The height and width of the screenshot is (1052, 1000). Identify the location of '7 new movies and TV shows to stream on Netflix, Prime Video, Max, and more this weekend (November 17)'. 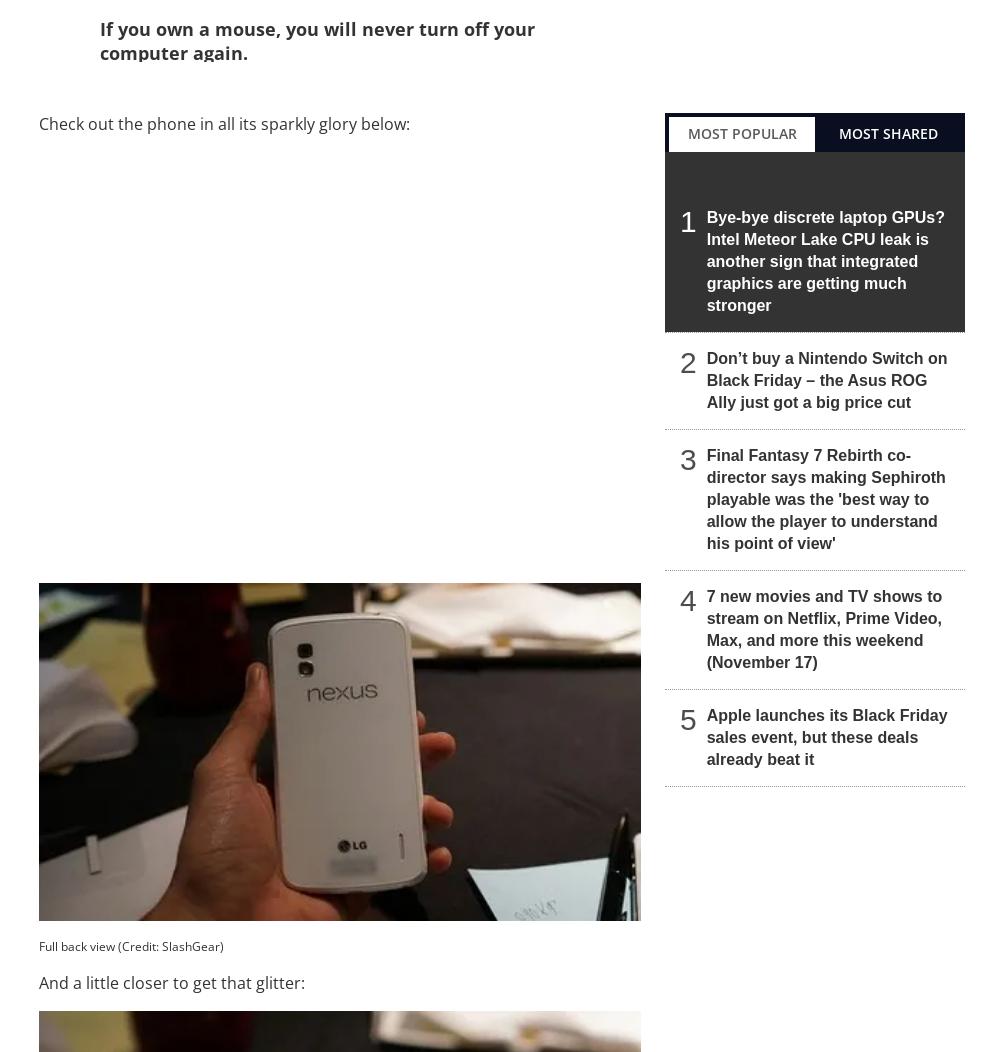
(823, 628).